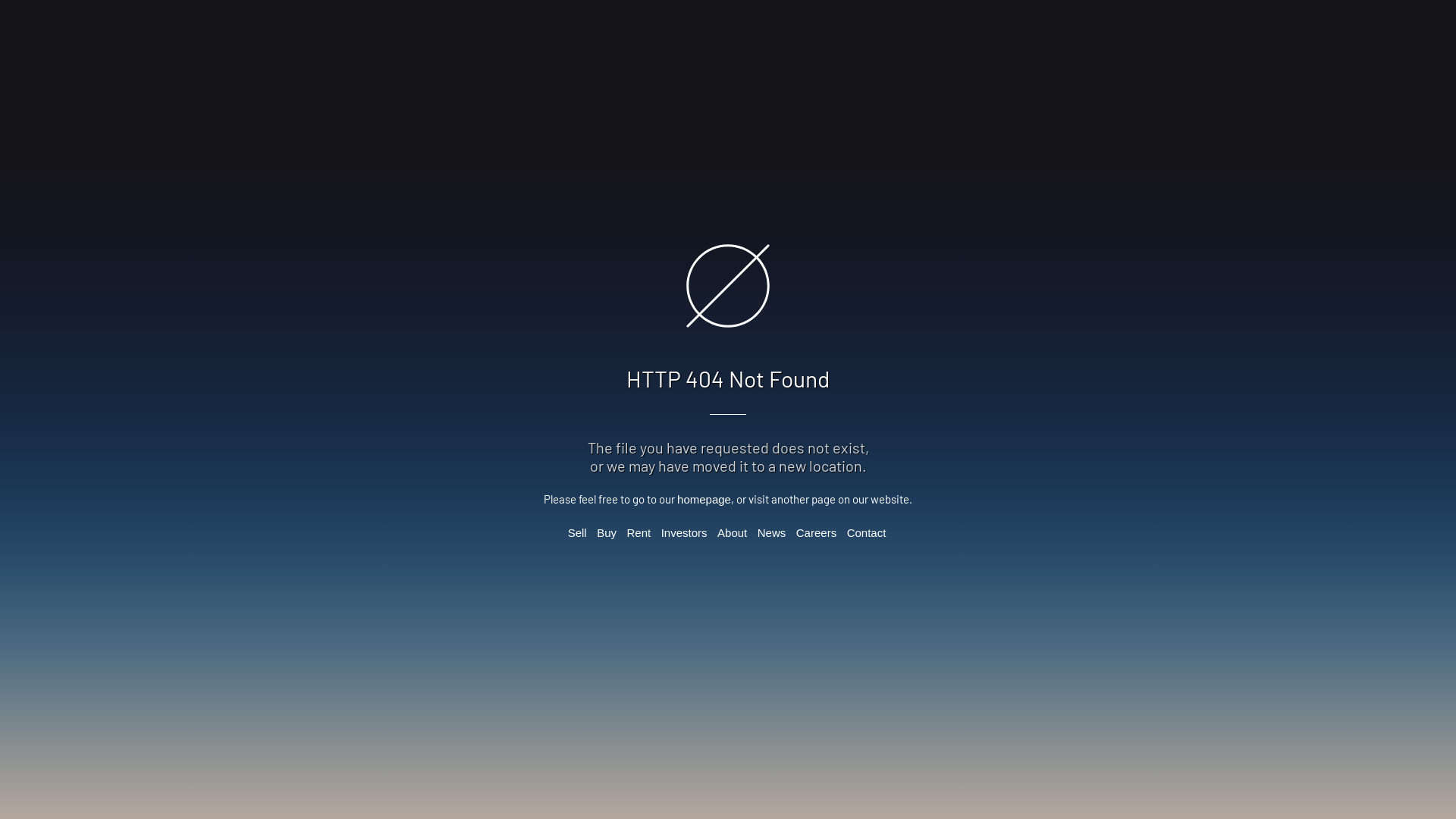 This screenshot has width=1456, height=819. I want to click on 'Buy', so click(607, 532).